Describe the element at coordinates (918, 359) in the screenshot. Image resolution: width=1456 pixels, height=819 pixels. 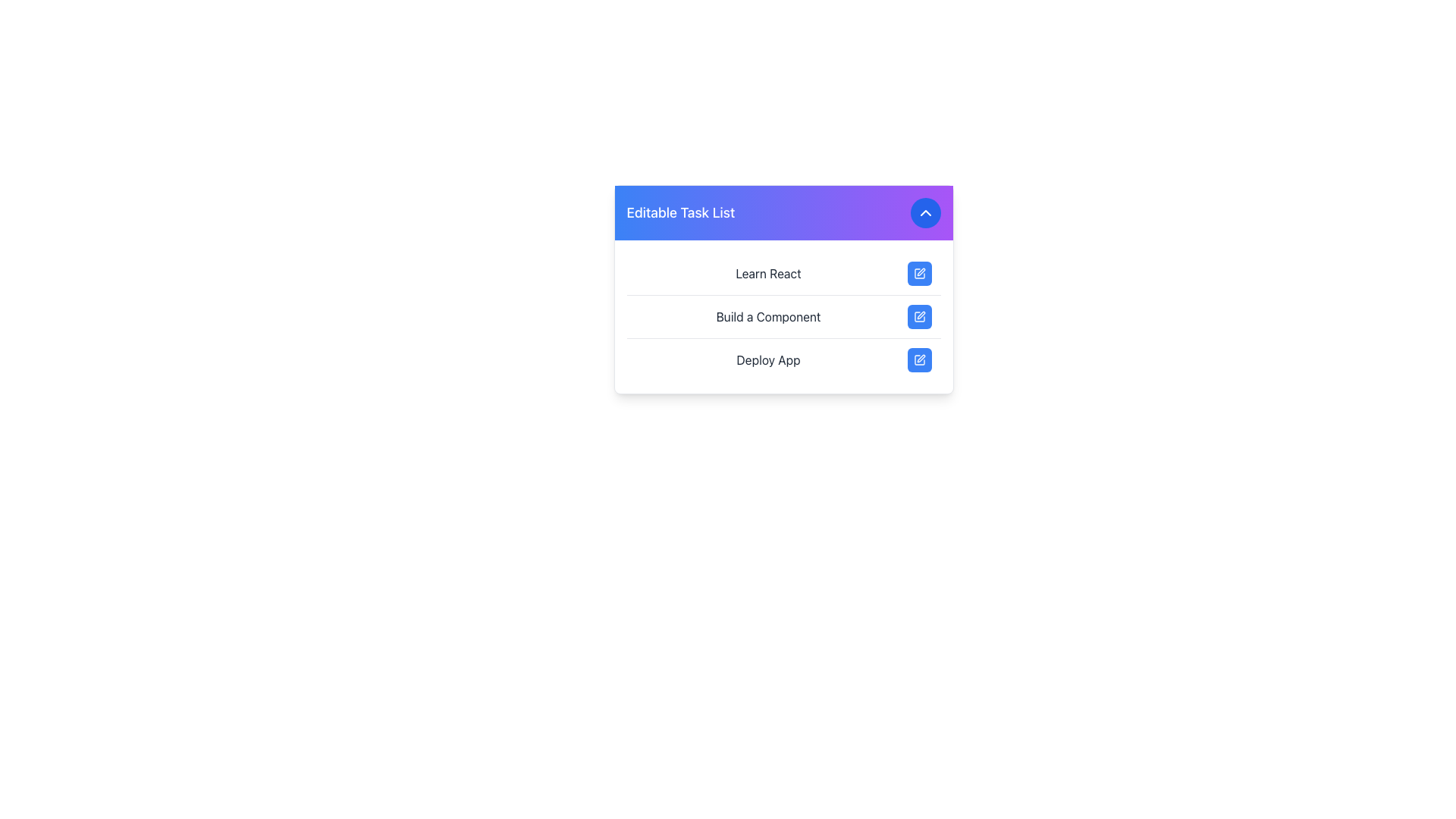
I see `the third blue button in the 'Editable Task List' card that allows editing the task 'Deploy App'` at that location.